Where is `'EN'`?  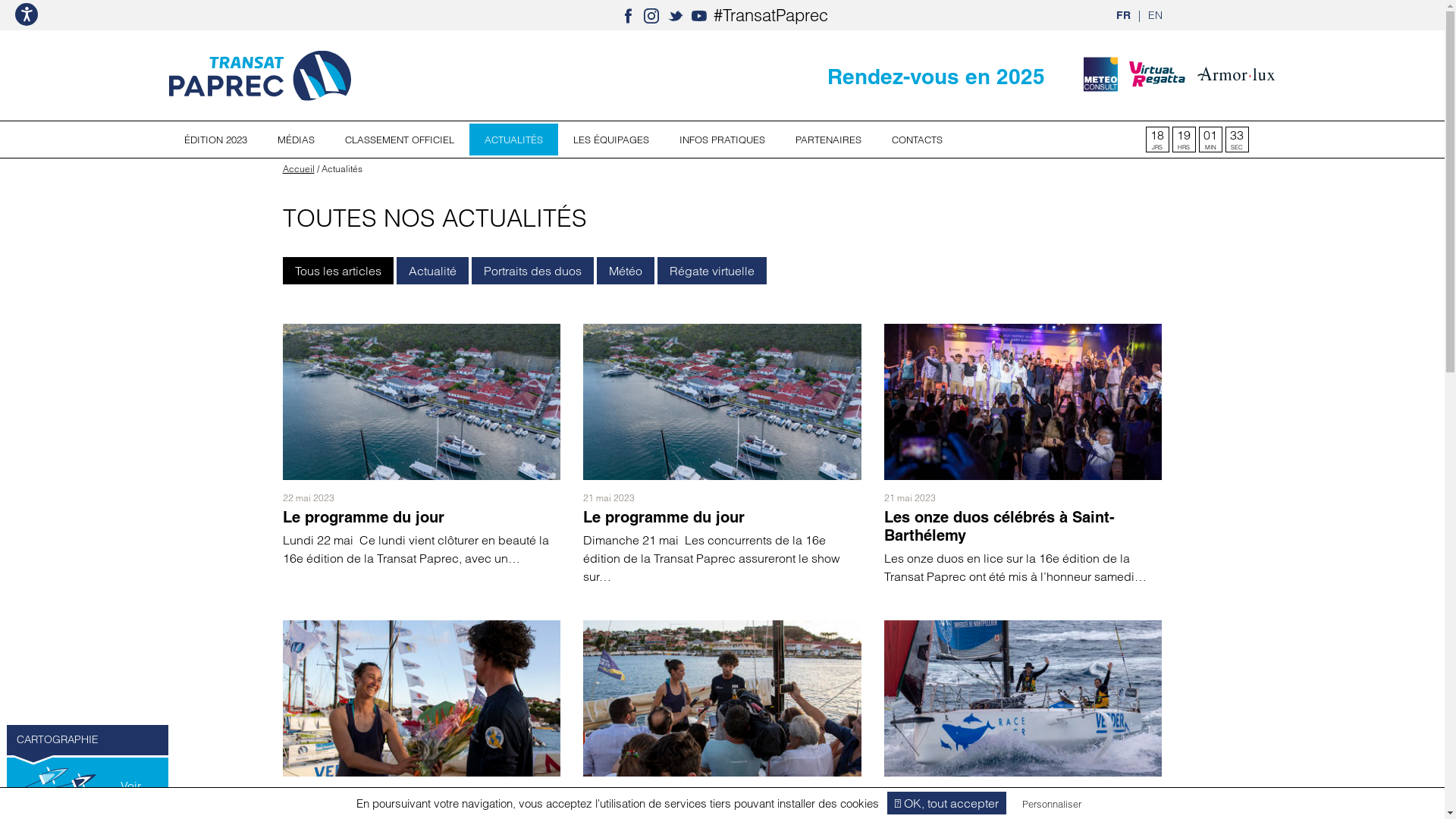 'EN' is located at coordinates (1154, 14).